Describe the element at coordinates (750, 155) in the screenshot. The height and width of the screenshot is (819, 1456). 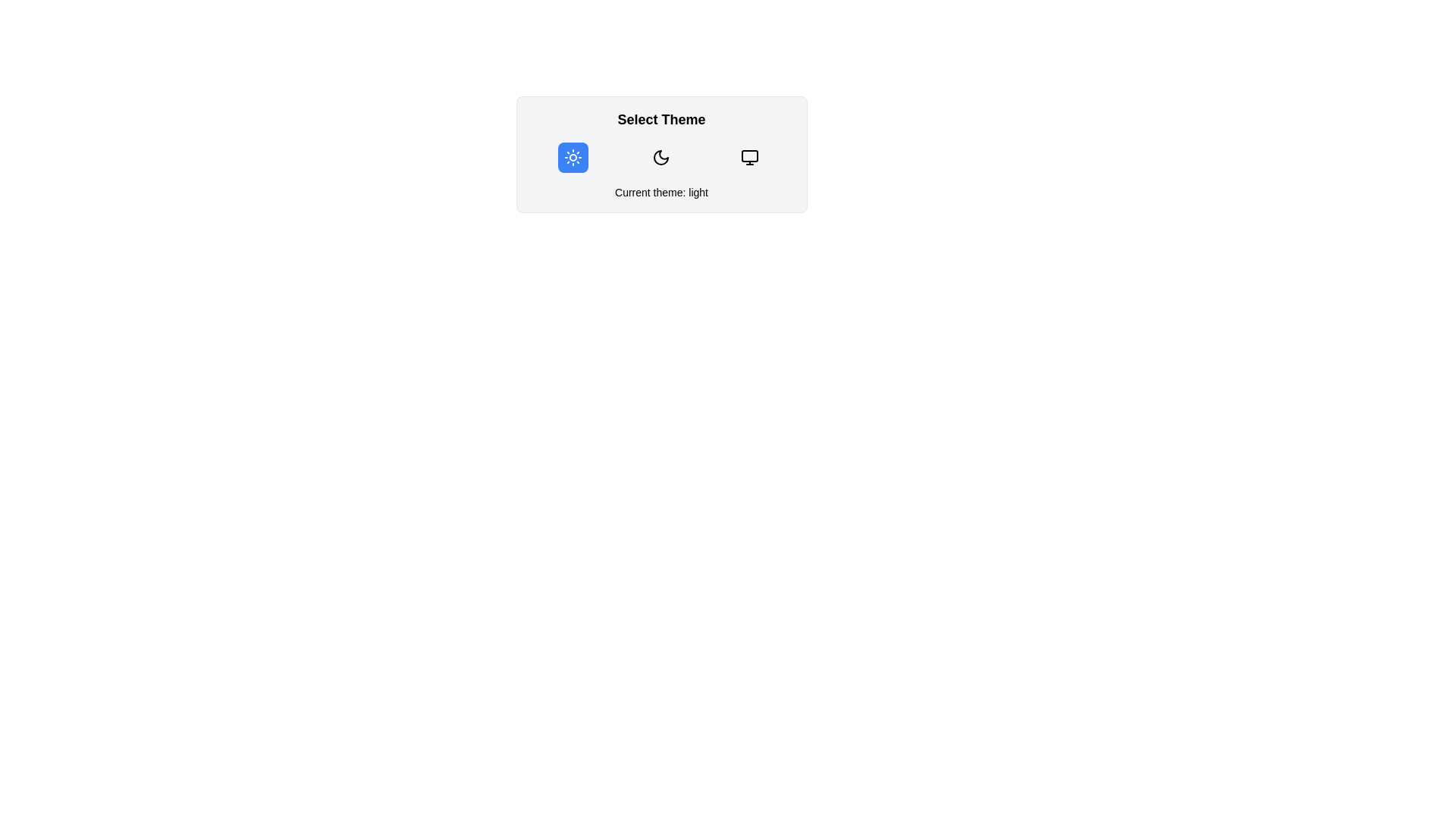
I see `the decorative monitor icon located within the third icon of the theme selection options` at that location.